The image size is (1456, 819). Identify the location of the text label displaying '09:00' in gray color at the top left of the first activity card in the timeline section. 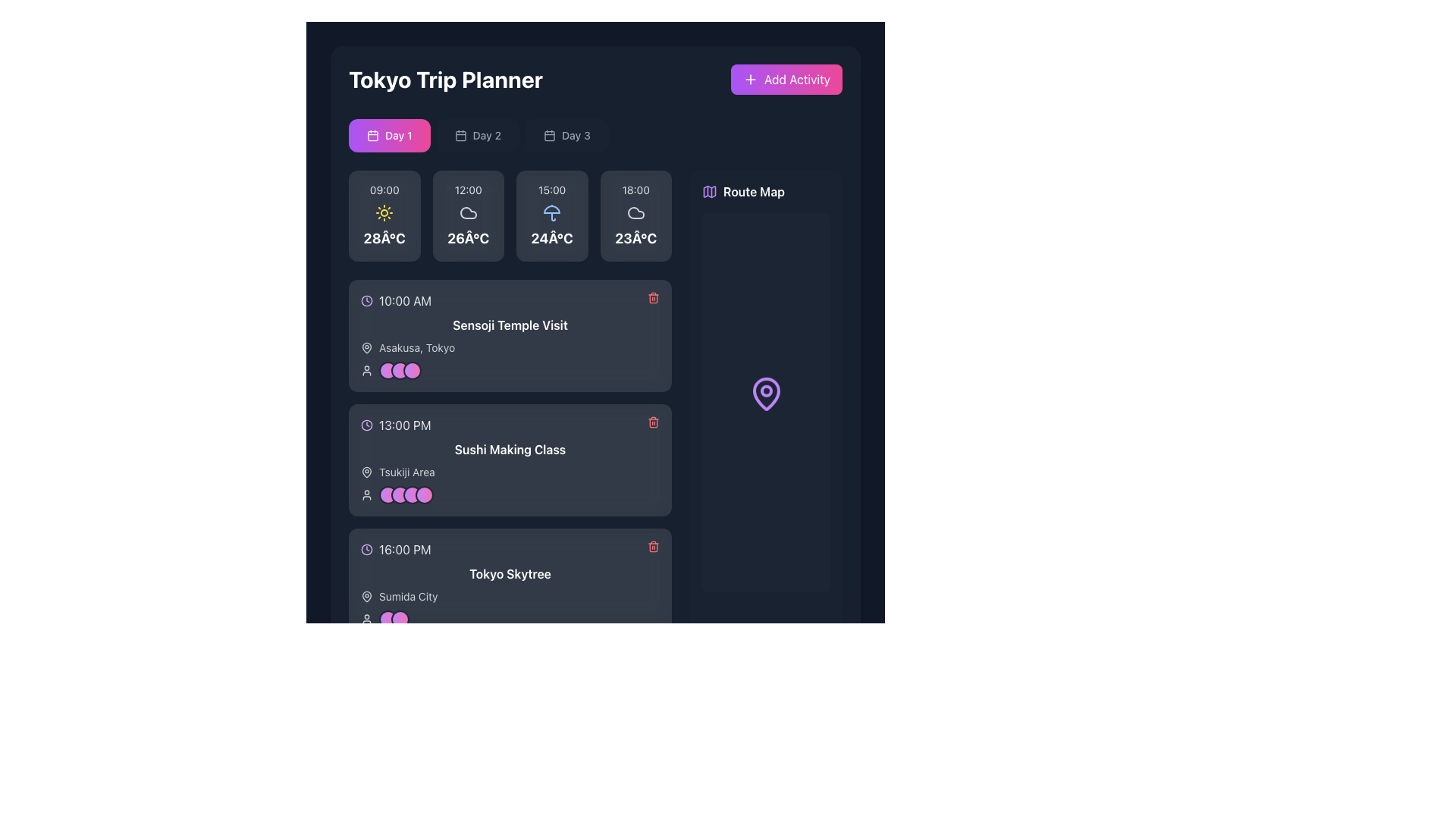
(384, 189).